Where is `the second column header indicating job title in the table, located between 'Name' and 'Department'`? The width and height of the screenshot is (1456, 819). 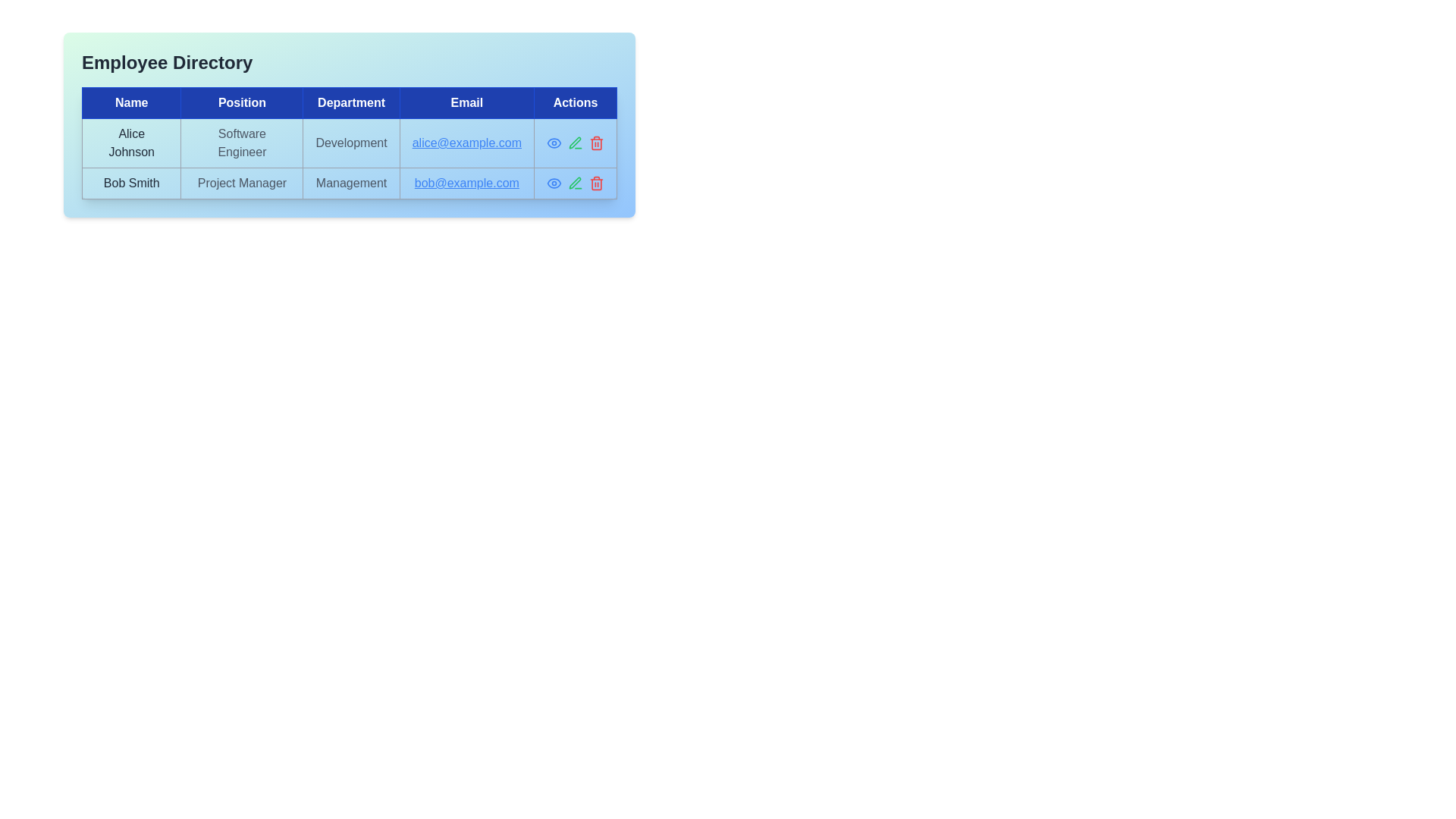
the second column header indicating job title in the table, located between 'Name' and 'Department' is located at coordinates (241, 102).